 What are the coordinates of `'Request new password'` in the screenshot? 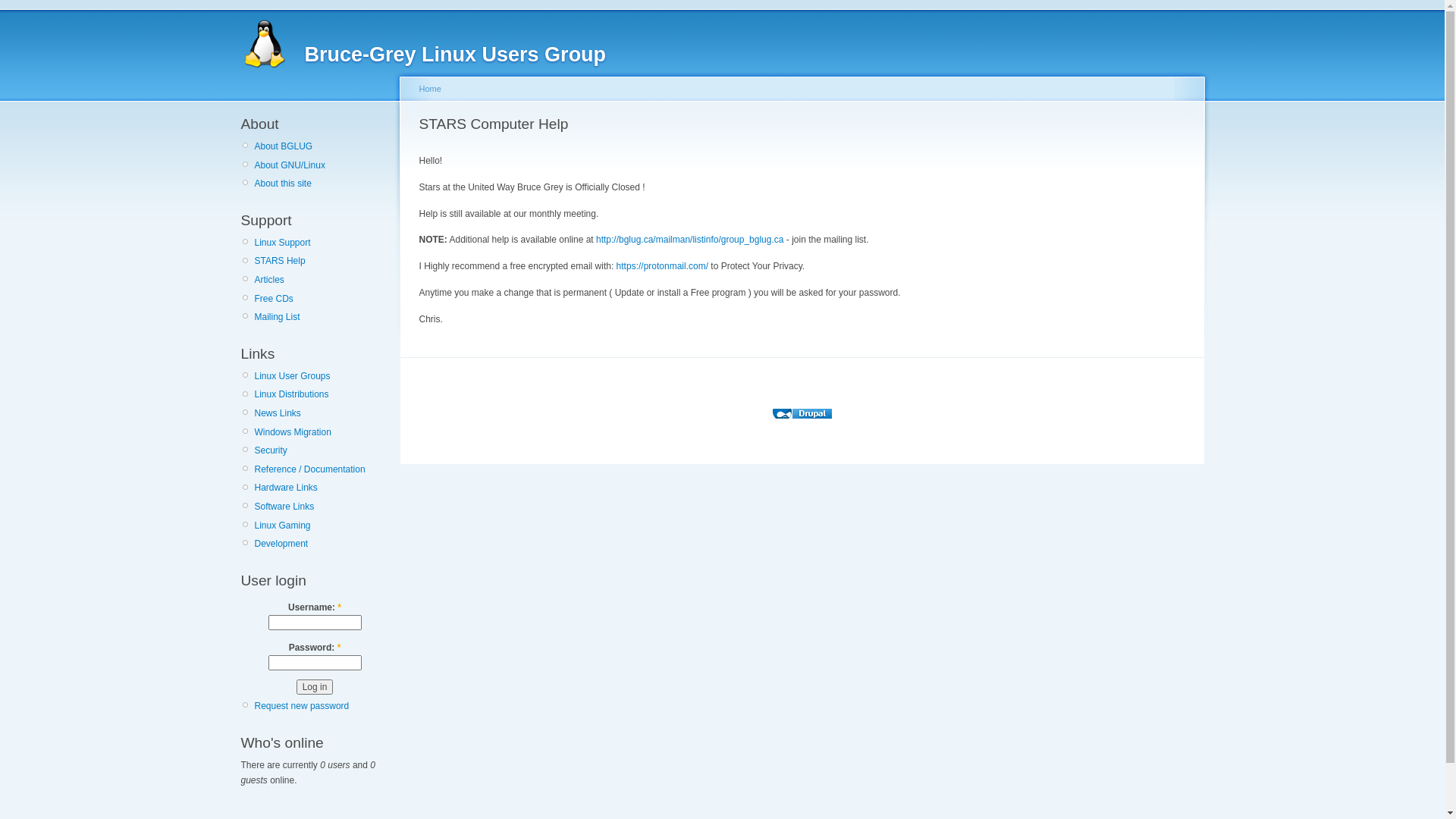 It's located at (302, 705).